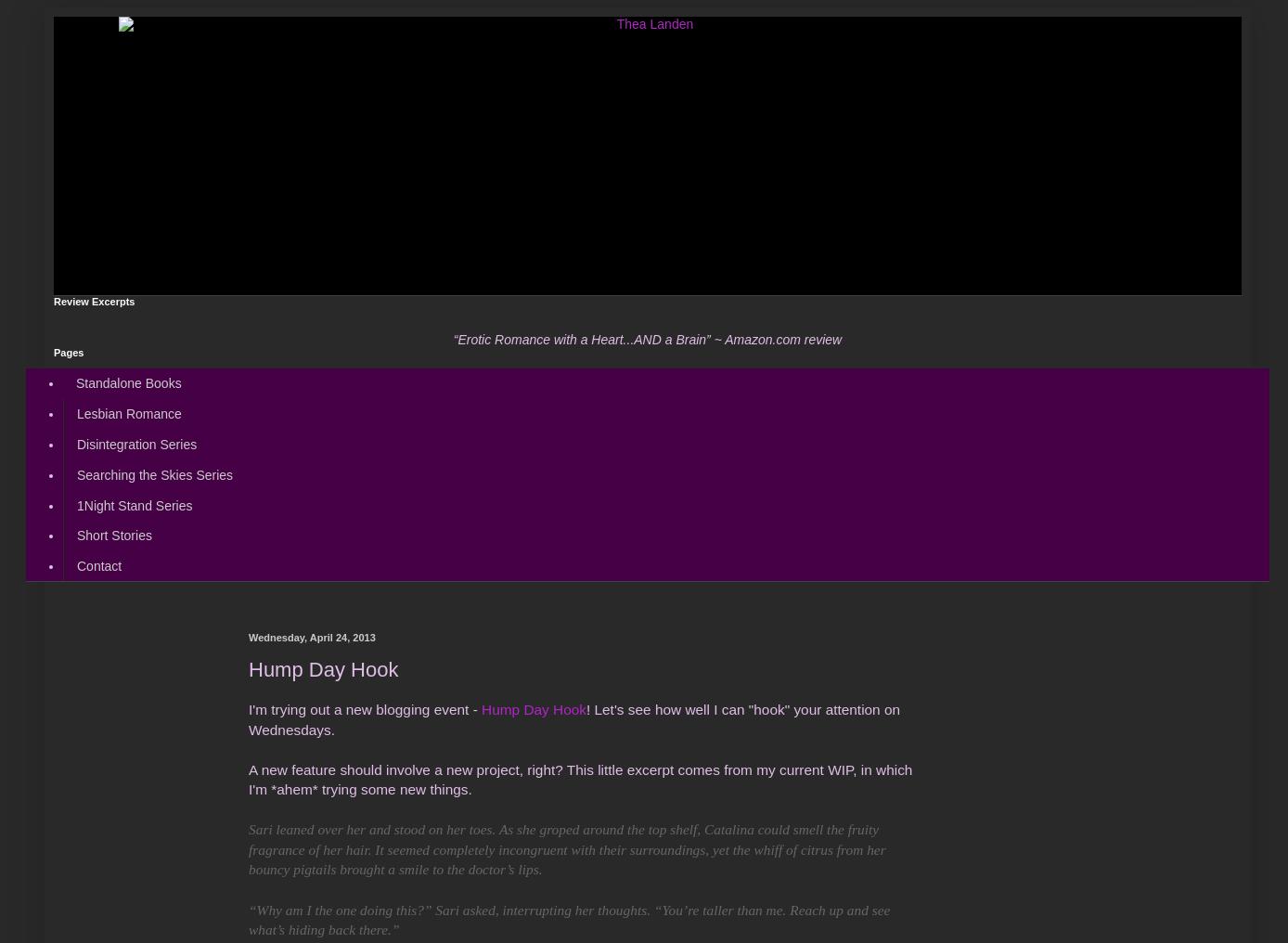 This screenshot has height=943, width=1288. I want to click on 'Pages', so click(67, 352).